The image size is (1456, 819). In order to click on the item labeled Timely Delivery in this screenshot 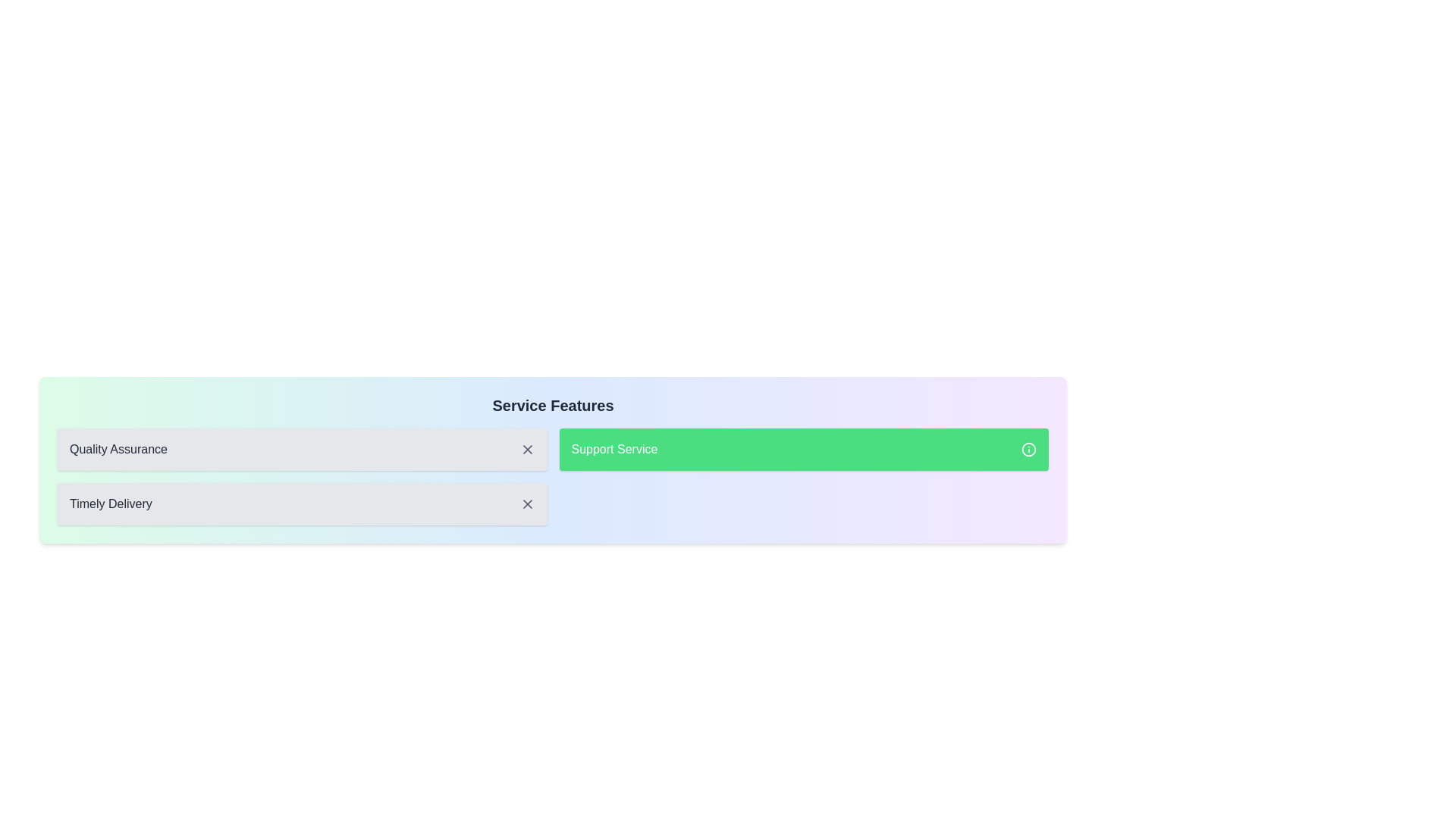, I will do `click(302, 504)`.